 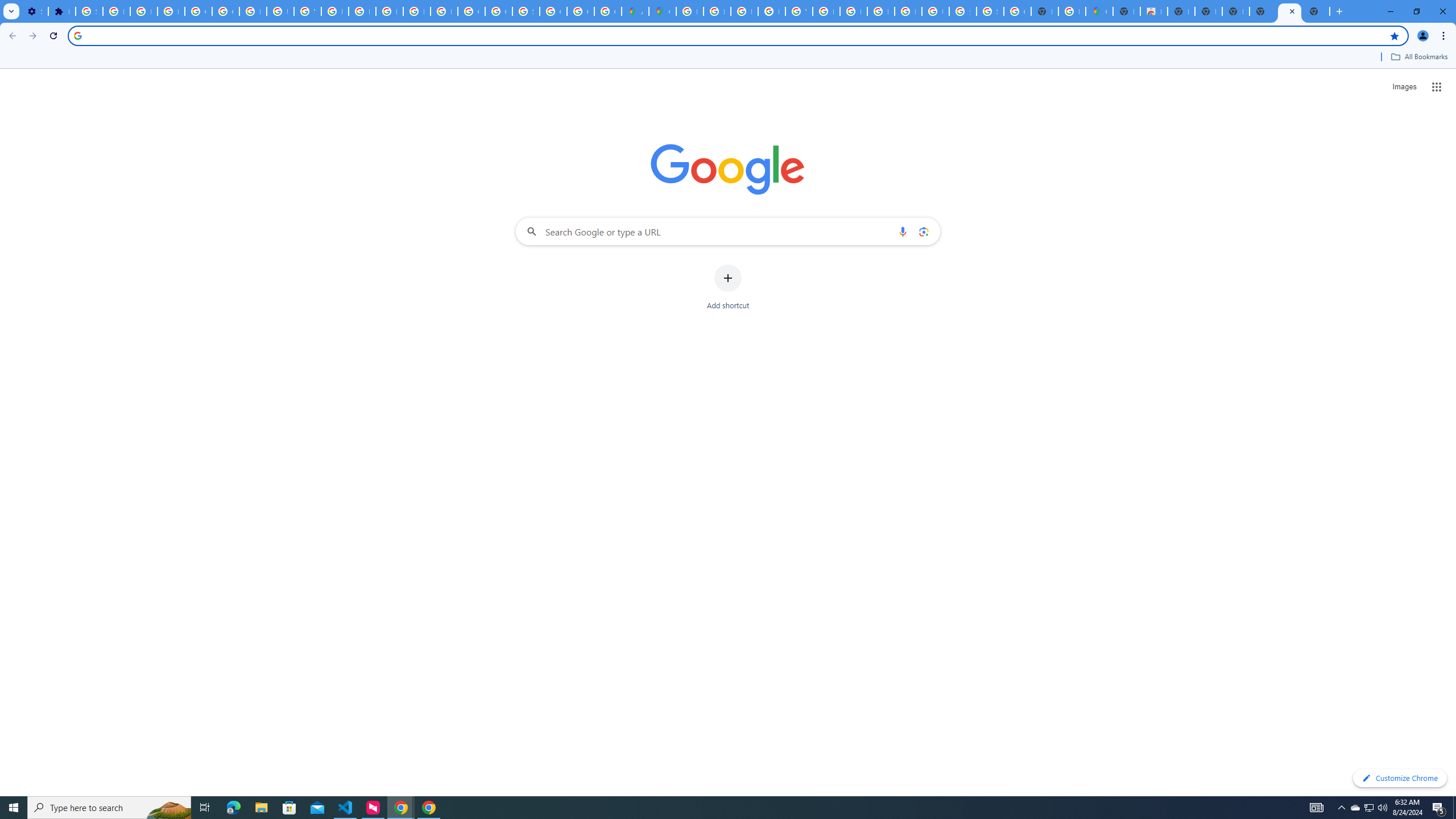 What do you see at coordinates (61, 11) in the screenshot?
I see `'Extensions'` at bounding box center [61, 11].